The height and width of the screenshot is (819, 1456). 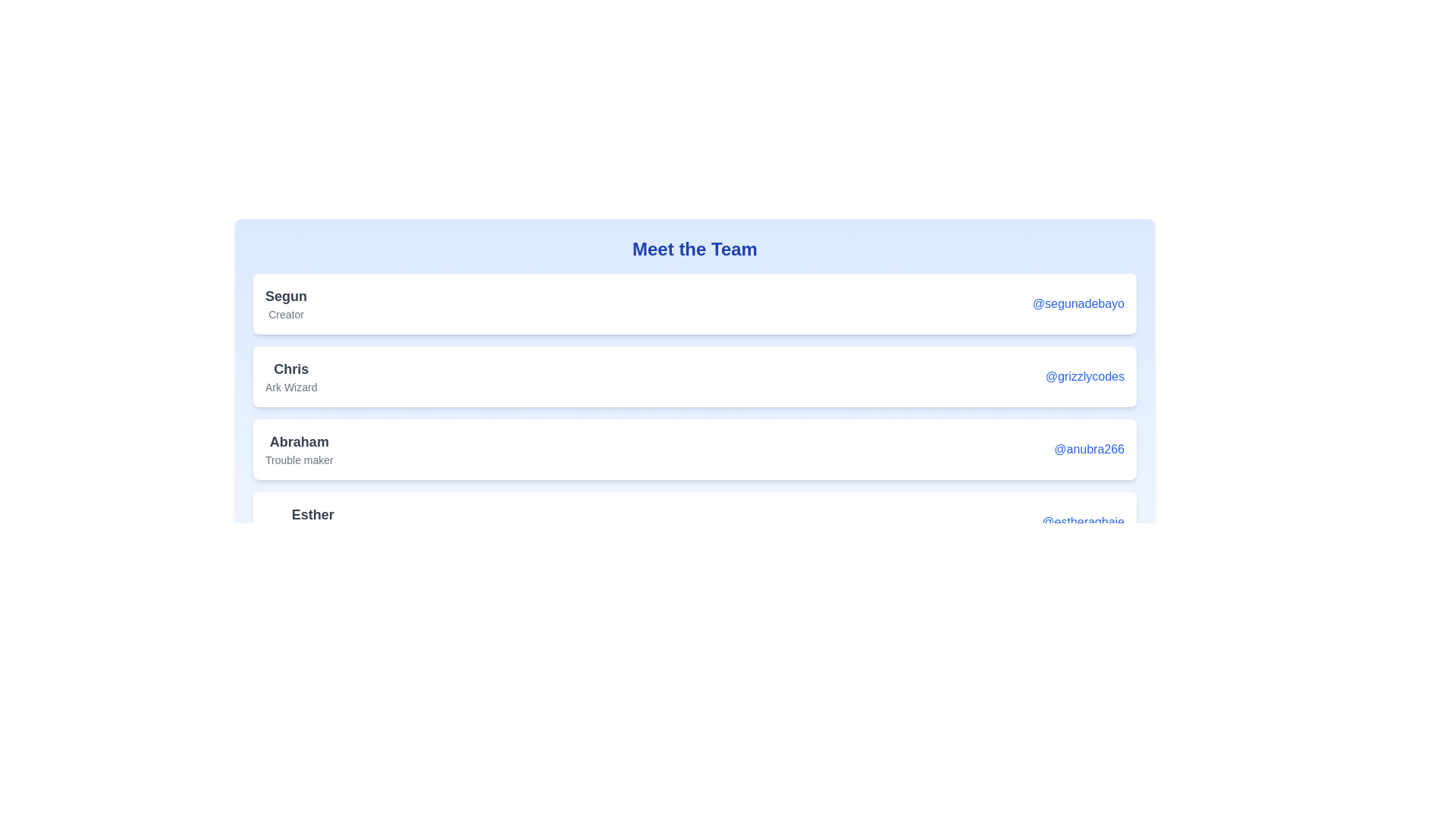 What do you see at coordinates (286, 304) in the screenshot?
I see `the label displaying 'Segun' and 'Creator', which is the first entry in the 'Meet the Team' list` at bounding box center [286, 304].